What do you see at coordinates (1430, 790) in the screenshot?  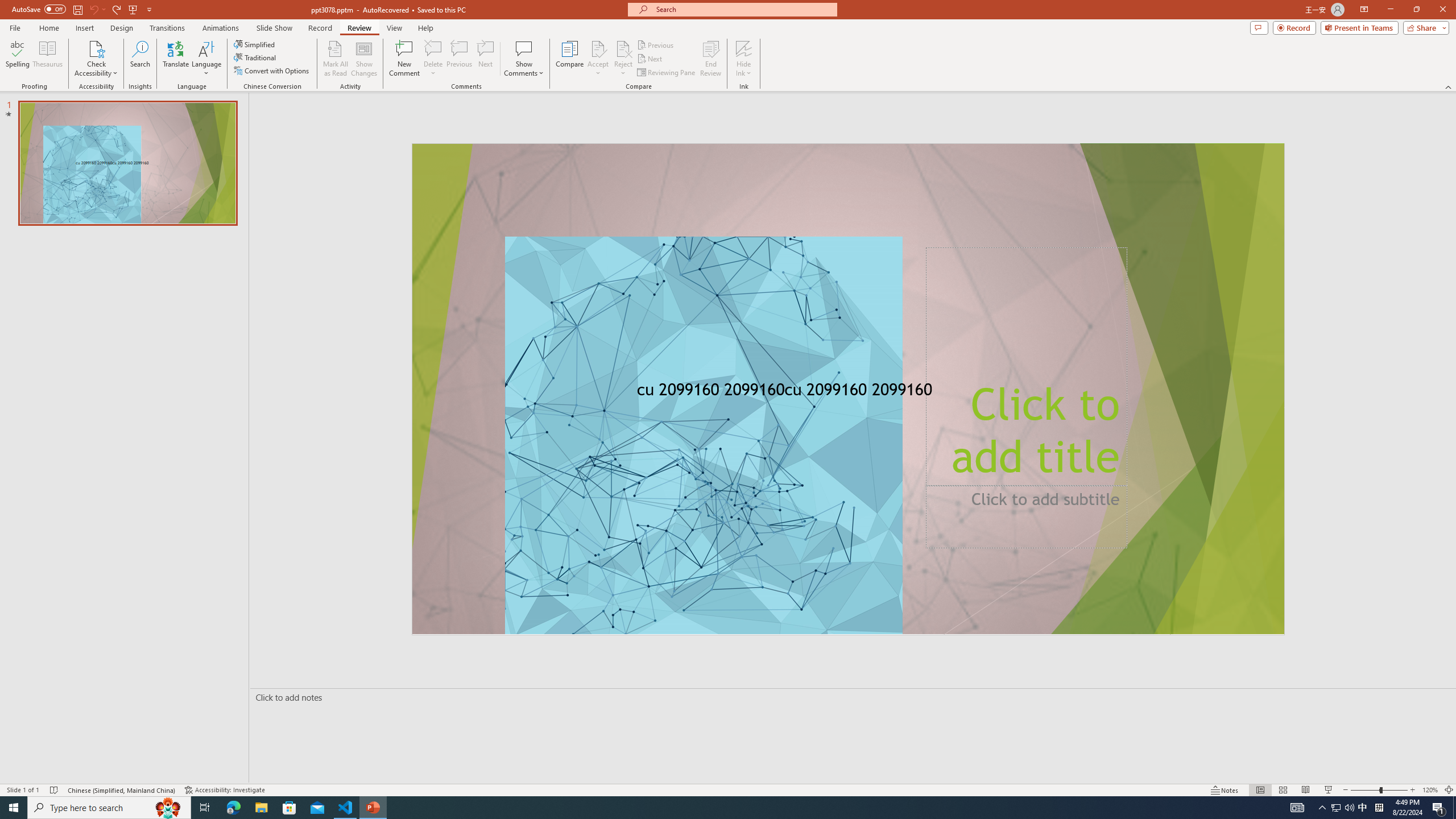 I see `'Zoom 120%'` at bounding box center [1430, 790].